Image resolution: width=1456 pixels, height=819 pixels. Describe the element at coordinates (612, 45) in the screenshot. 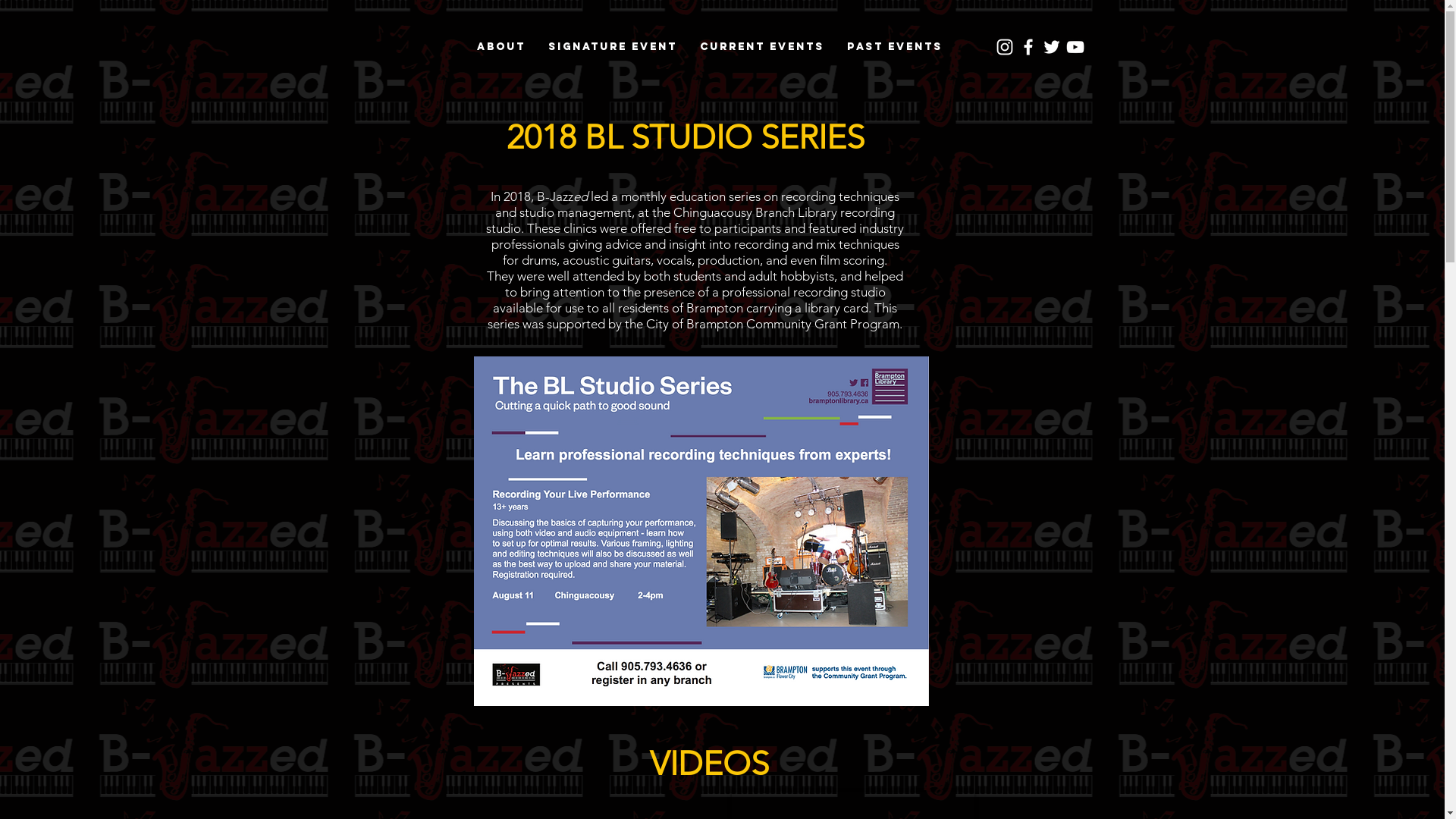

I see `'Signature Event'` at that location.